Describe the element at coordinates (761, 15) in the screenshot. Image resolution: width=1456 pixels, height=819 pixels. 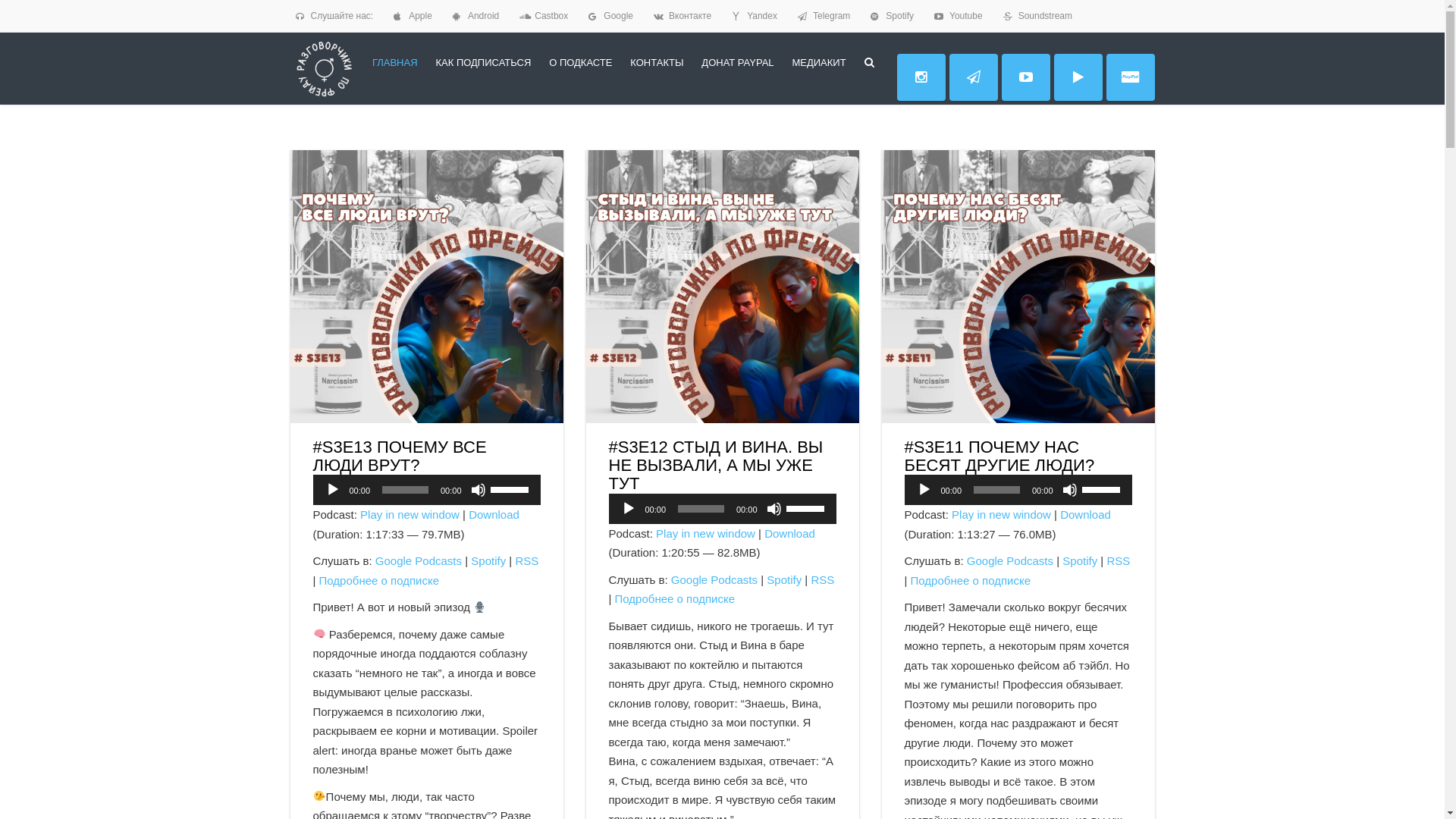
I see `'Yandex'` at that location.